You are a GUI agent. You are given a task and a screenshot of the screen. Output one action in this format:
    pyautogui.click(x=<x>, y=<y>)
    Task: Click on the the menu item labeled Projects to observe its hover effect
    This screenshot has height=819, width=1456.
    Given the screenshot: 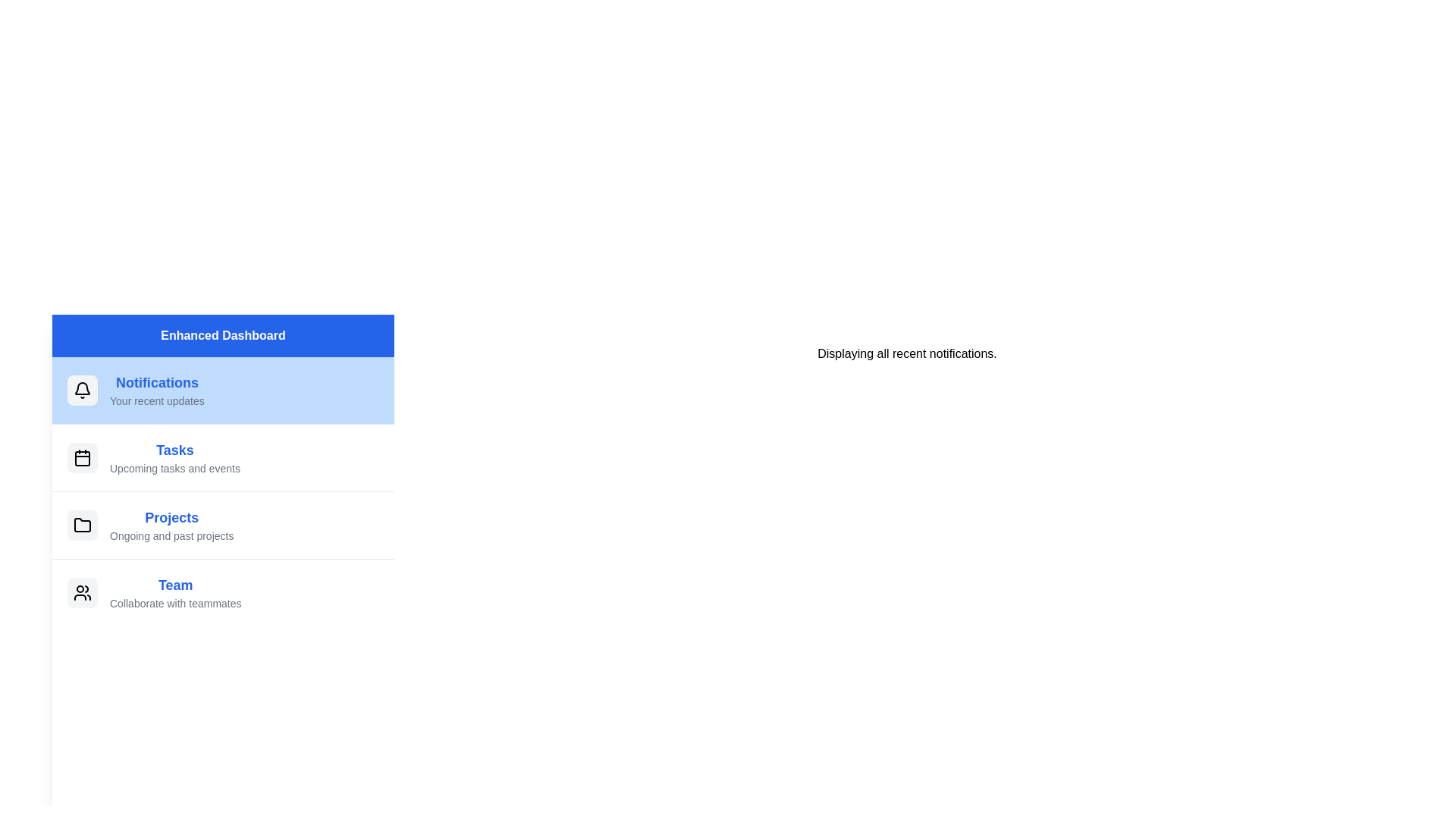 What is the action you would take?
    pyautogui.click(x=222, y=524)
    